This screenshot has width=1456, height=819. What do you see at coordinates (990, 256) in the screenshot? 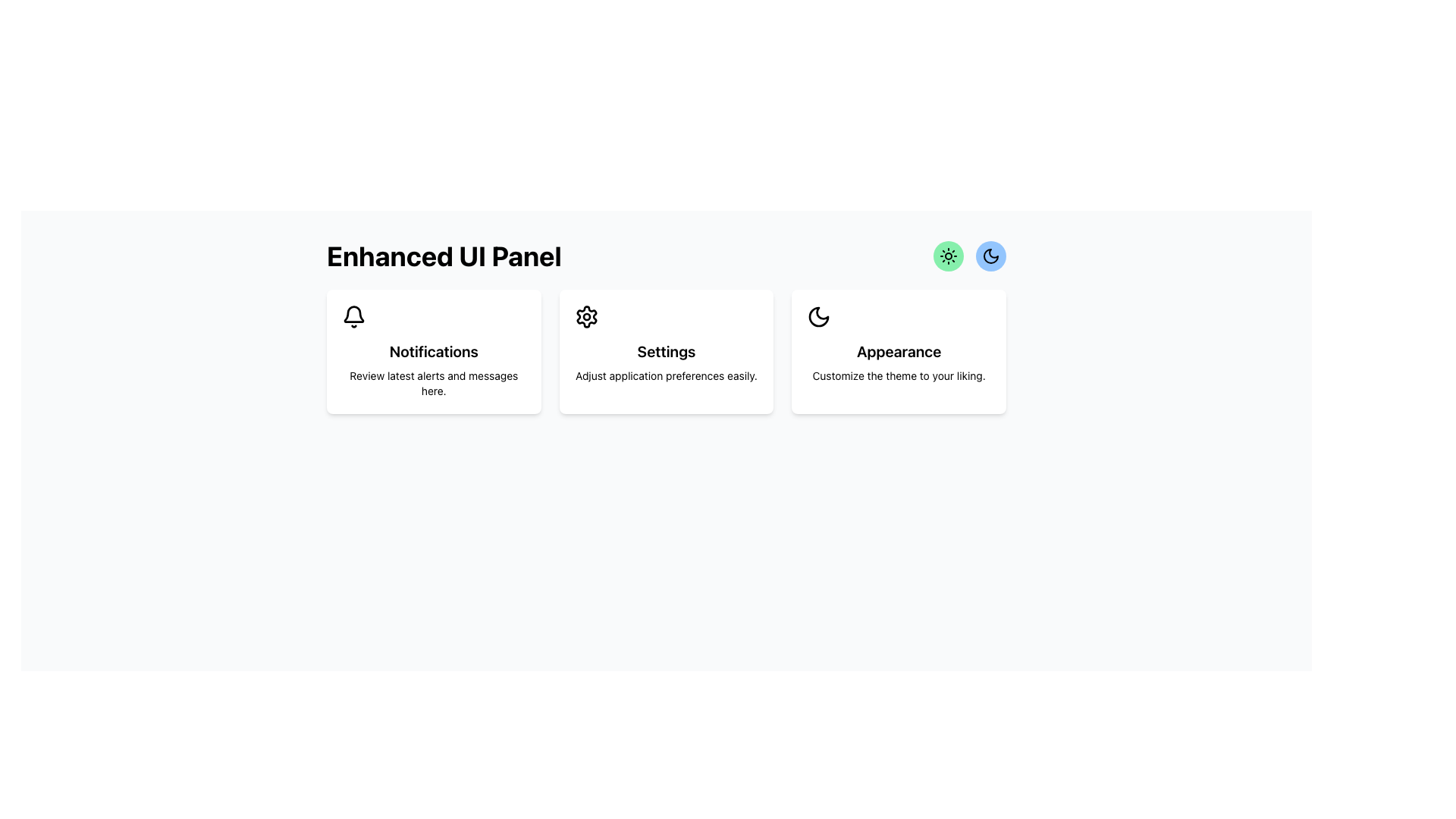
I see `keyboard navigation` at bounding box center [990, 256].